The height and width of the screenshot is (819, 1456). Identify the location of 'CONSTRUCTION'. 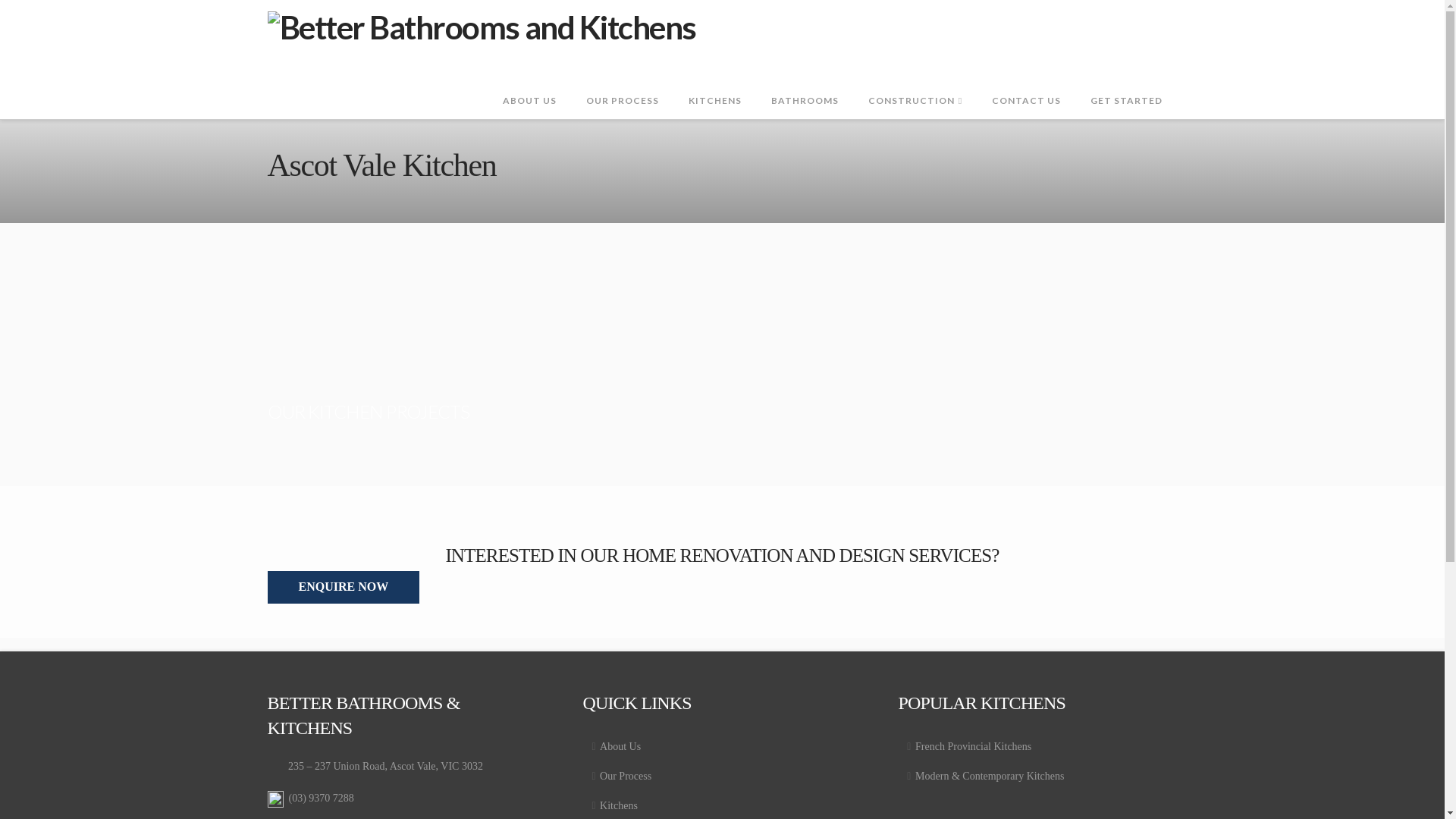
(914, 84).